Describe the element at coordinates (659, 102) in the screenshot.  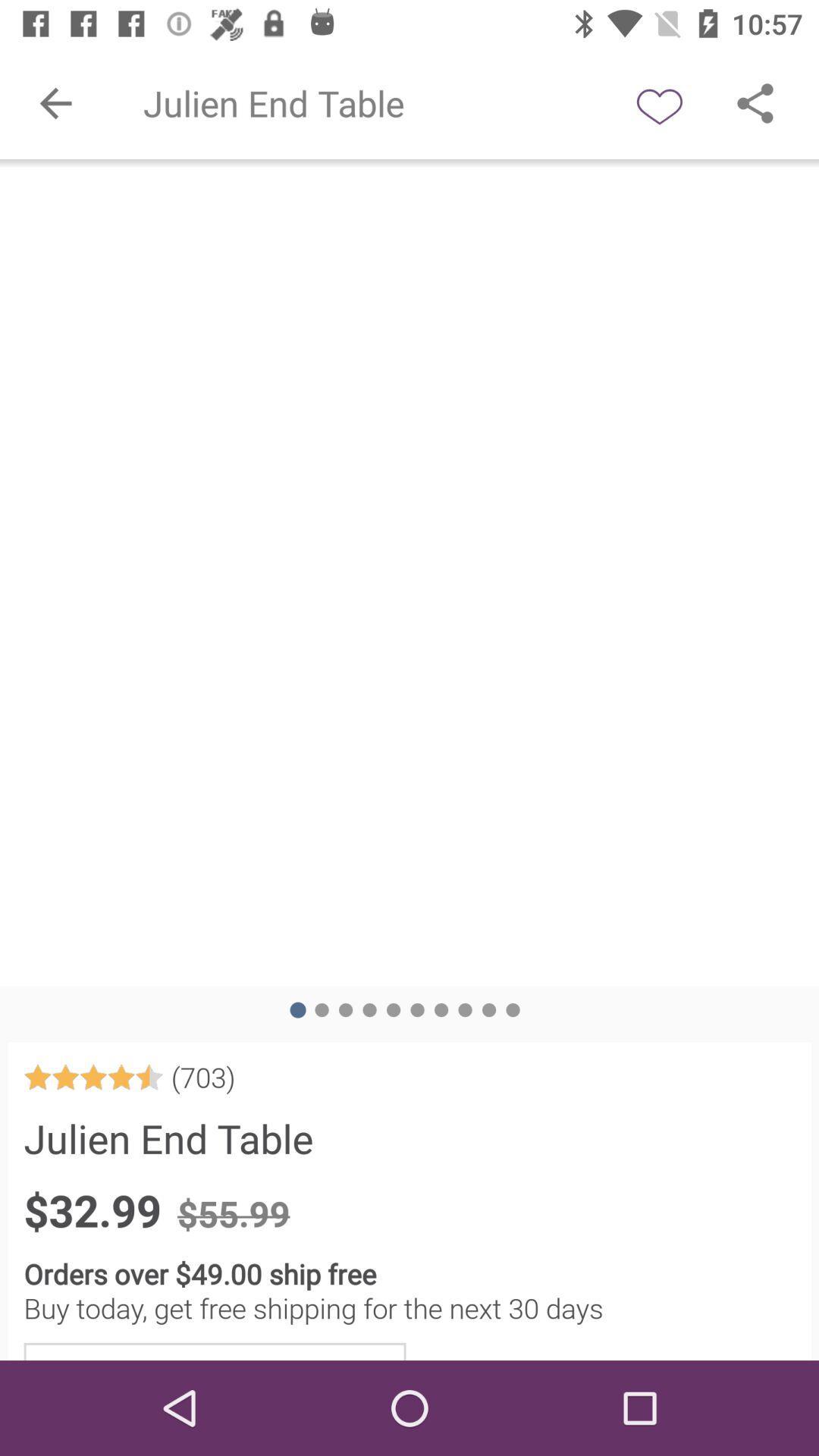
I see `like button` at that location.